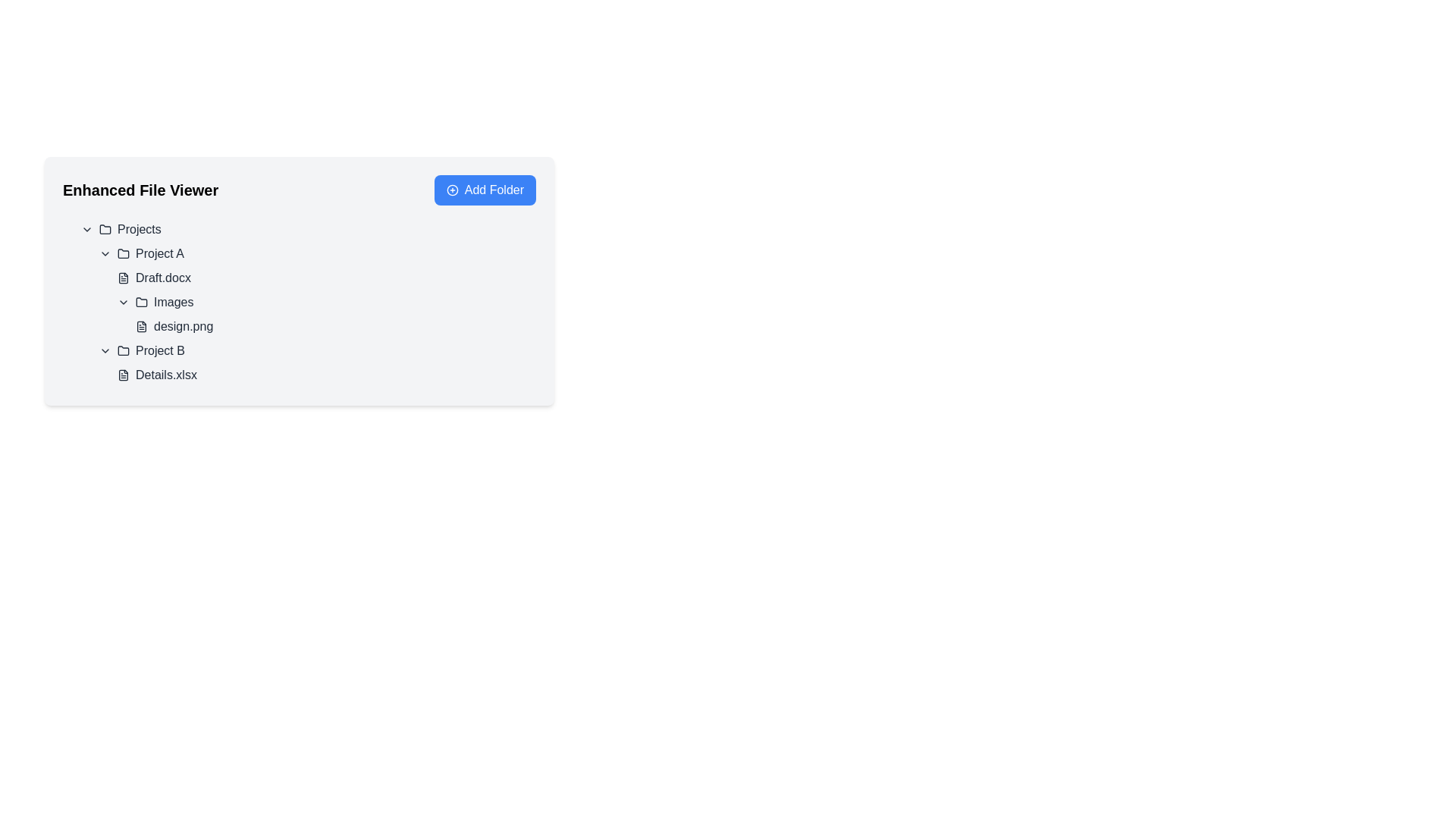 This screenshot has width=1456, height=819. Describe the element at coordinates (124, 253) in the screenshot. I see `the folder icon located next to the text 'Project A'` at that location.